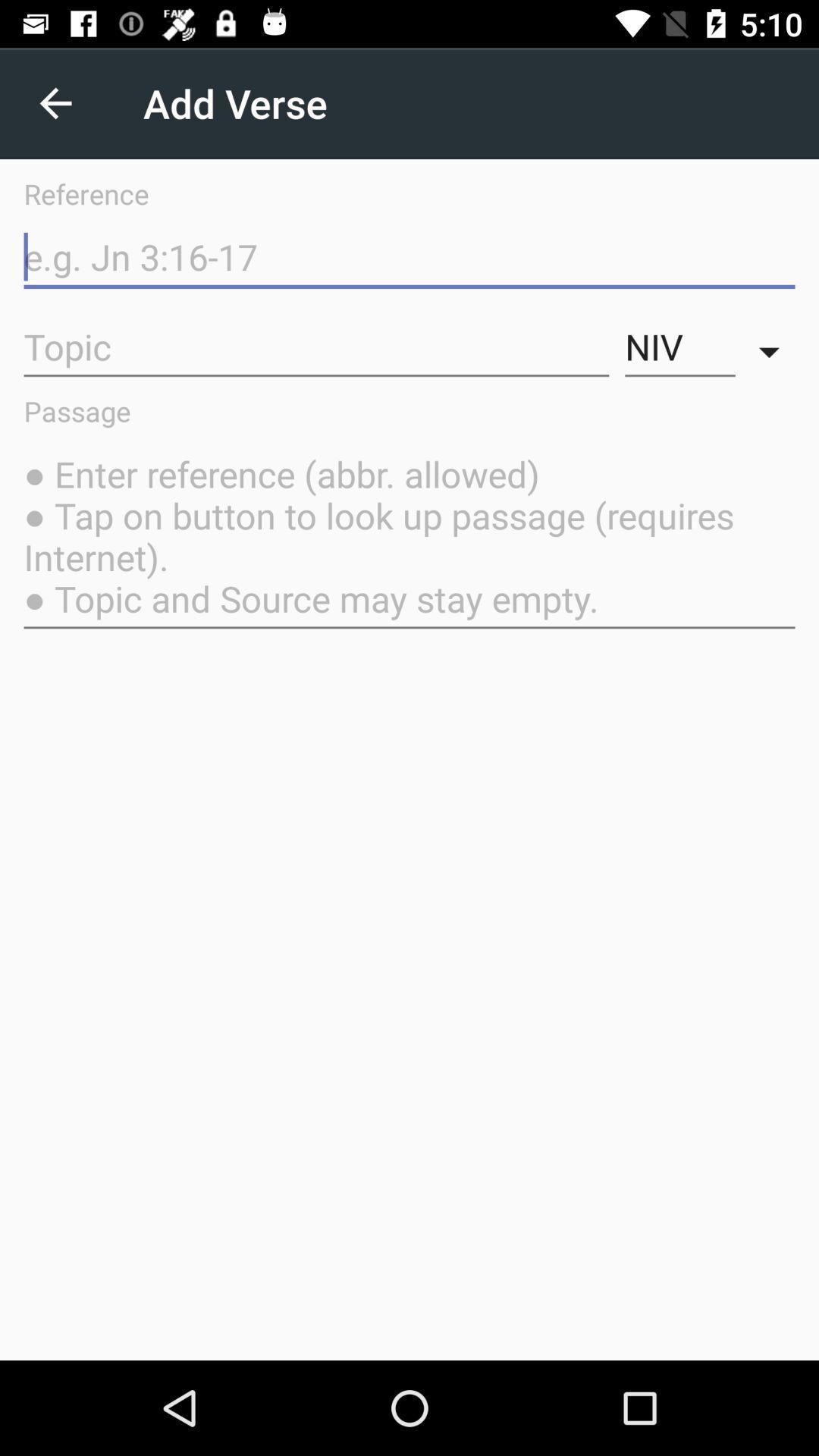 The width and height of the screenshot is (819, 1456). Describe the element at coordinates (55, 102) in the screenshot. I see `the app to the left of the add verse app` at that location.